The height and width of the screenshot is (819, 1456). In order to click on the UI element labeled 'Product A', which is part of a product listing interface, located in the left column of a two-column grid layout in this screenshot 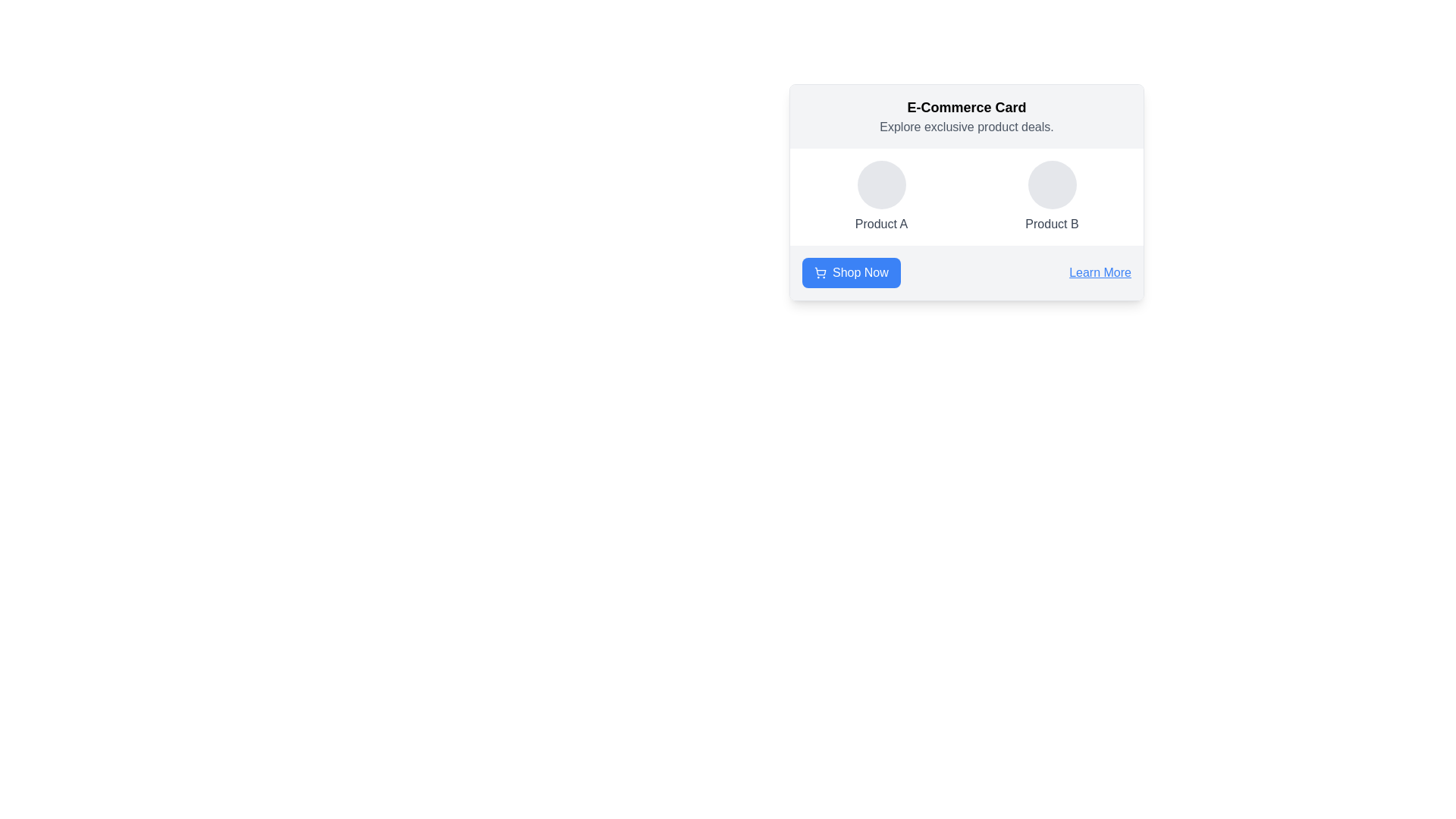, I will do `click(881, 196)`.